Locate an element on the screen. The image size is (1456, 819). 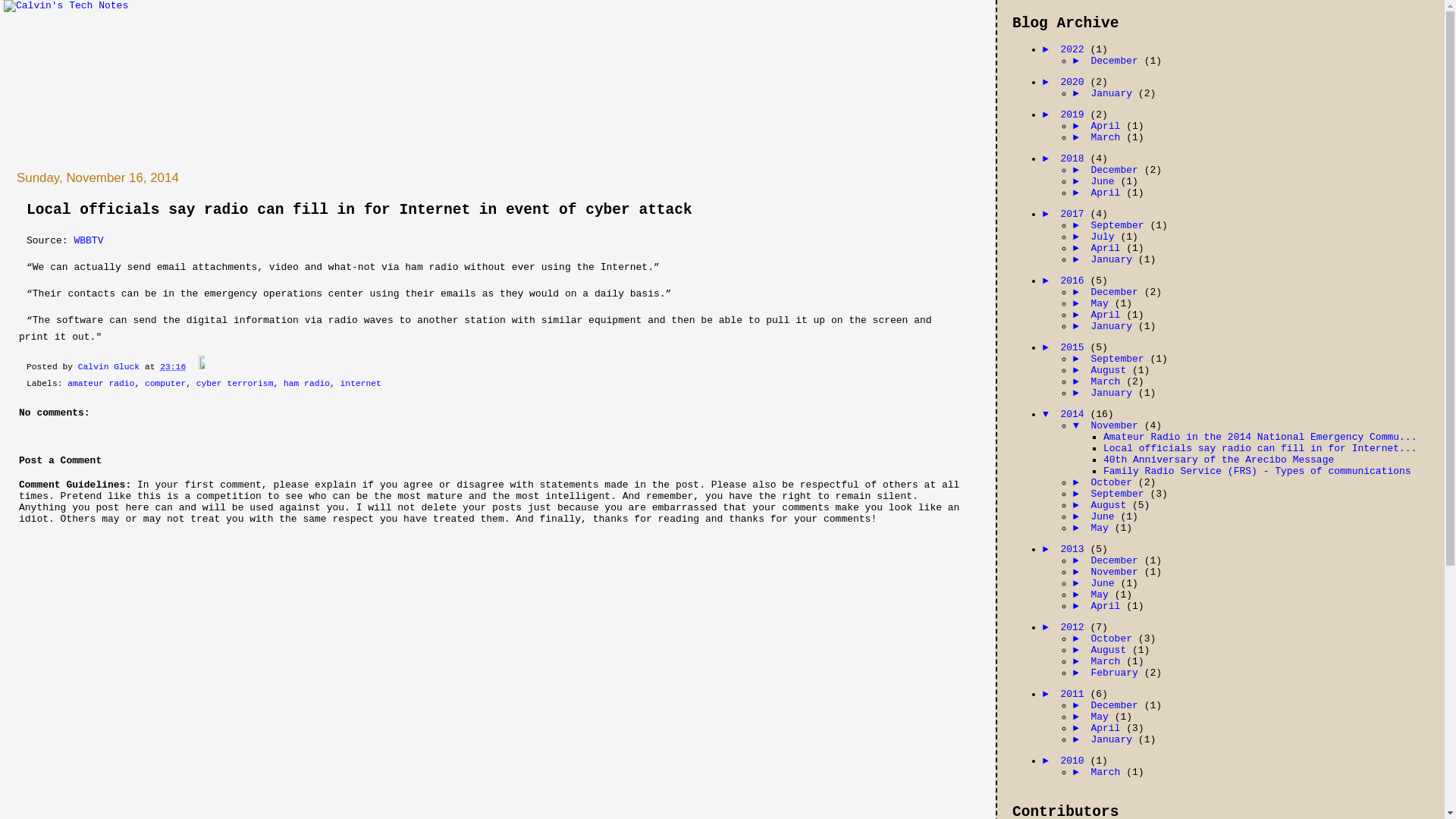
'Edit Post' is located at coordinates (196, 366).